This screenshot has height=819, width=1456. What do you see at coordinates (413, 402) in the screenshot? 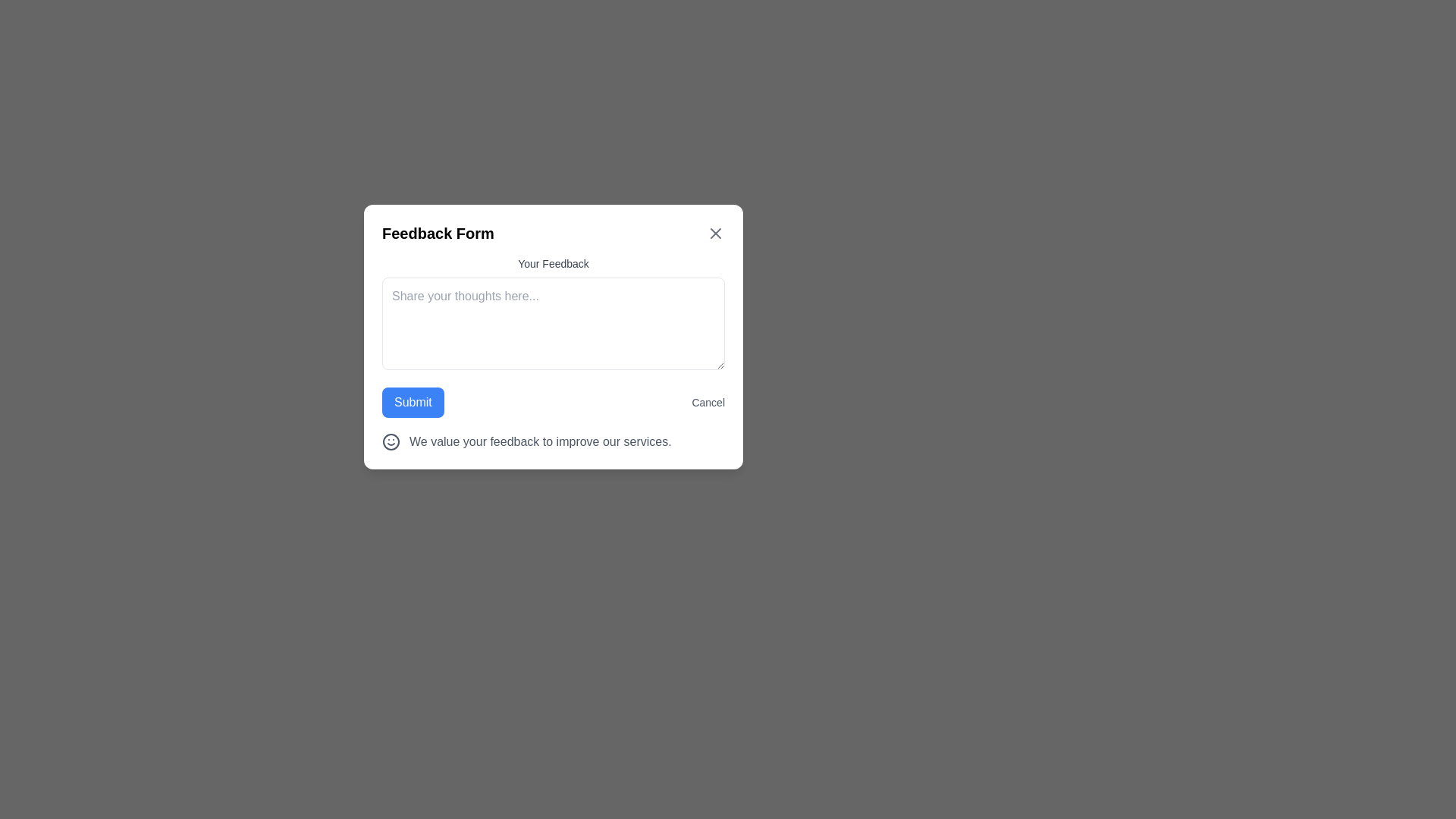
I see `the 'Submit' button, which is a rectangular button with a blue background and white text, located in the bottom-left corner of the modal dialog box` at bounding box center [413, 402].